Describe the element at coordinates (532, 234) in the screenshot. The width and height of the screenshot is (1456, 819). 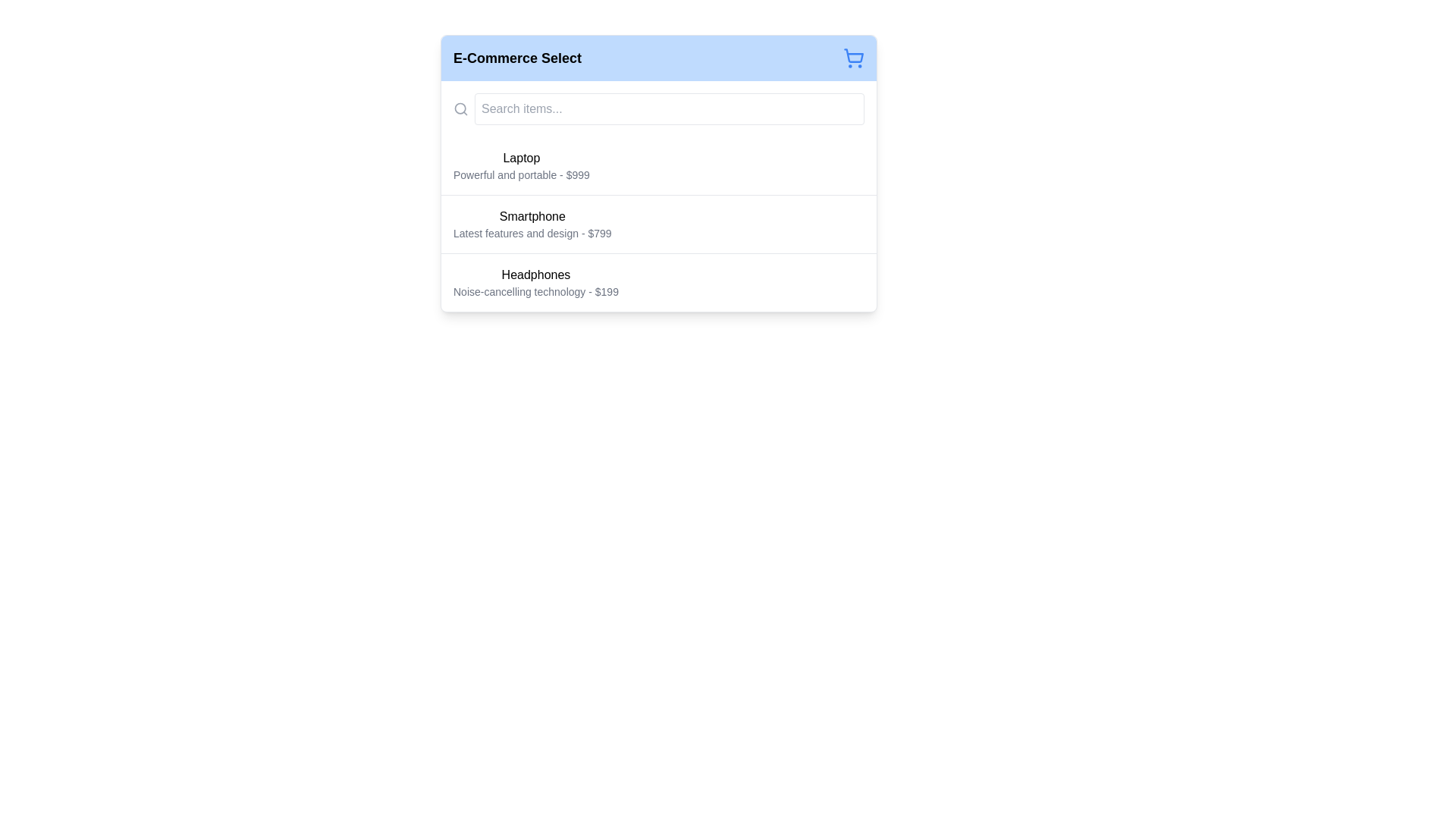
I see `text label that provides additional information and the price of the product 'Smartphone', which is positioned directly below the bold text element labeled 'Smartphone'` at that location.